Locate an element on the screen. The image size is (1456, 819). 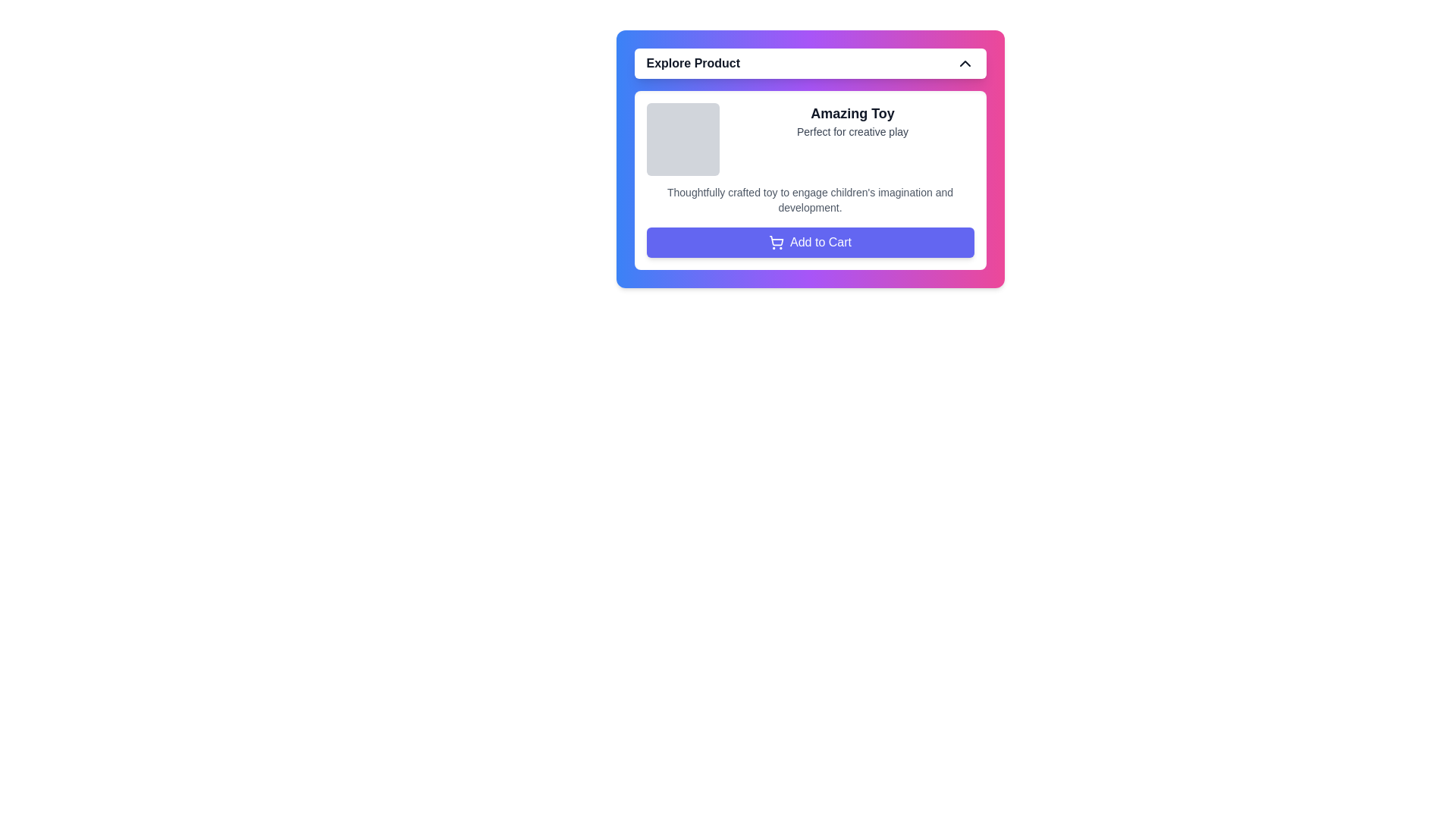
text label that says 'Perfect for creative play', which is styled in a small gray font and positioned below the title 'Amazing Toy' is located at coordinates (852, 130).